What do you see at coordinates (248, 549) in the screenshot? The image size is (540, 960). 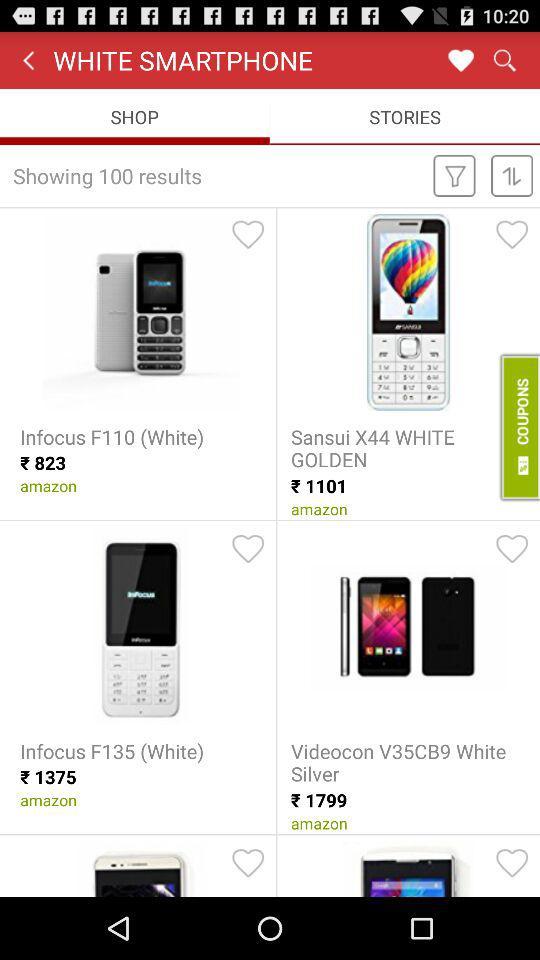 I see `favourite icon above infocus f135white` at bounding box center [248, 549].